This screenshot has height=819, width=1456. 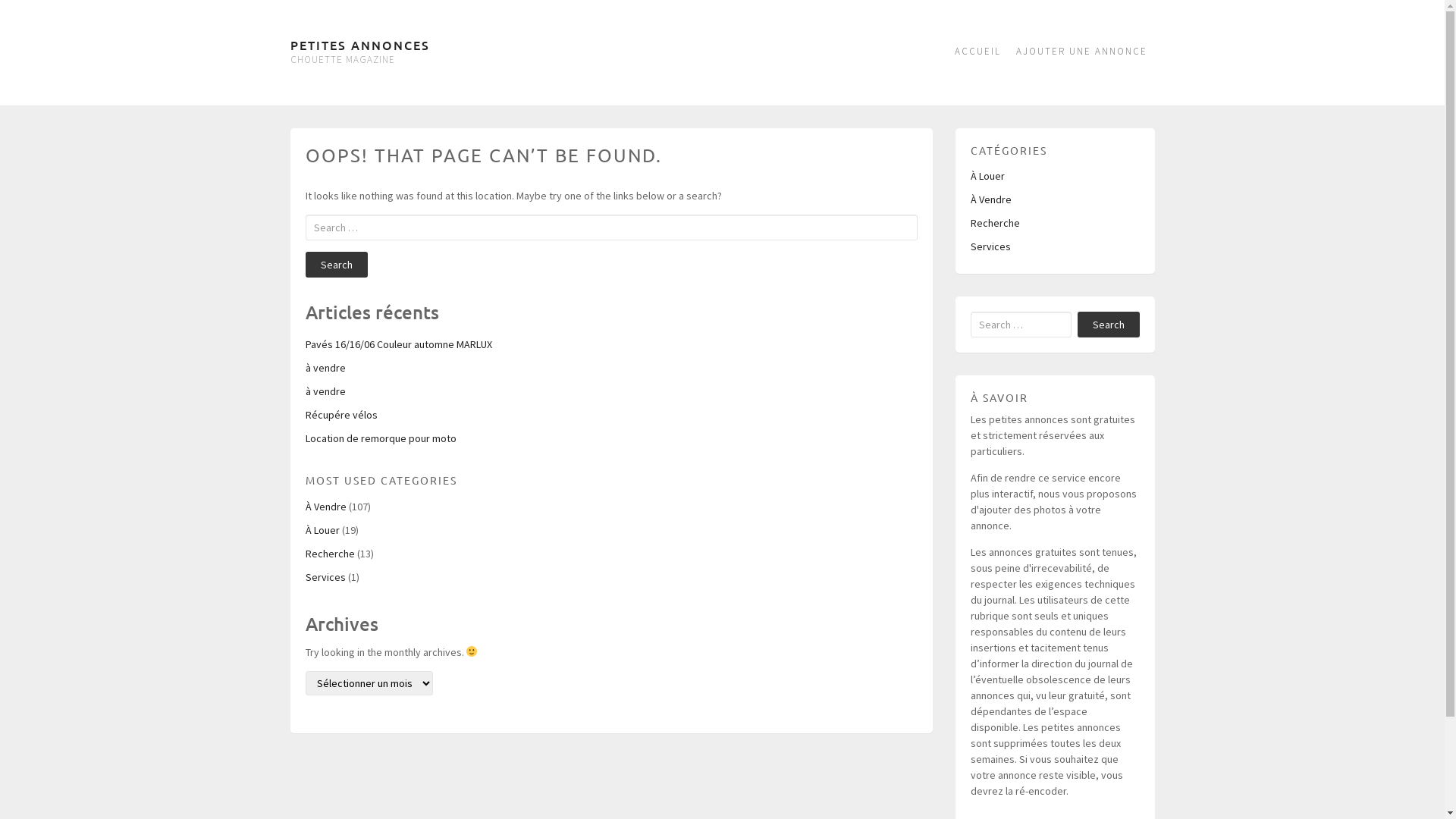 What do you see at coordinates (1021, 324) in the screenshot?
I see `'Search for:'` at bounding box center [1021, 324].